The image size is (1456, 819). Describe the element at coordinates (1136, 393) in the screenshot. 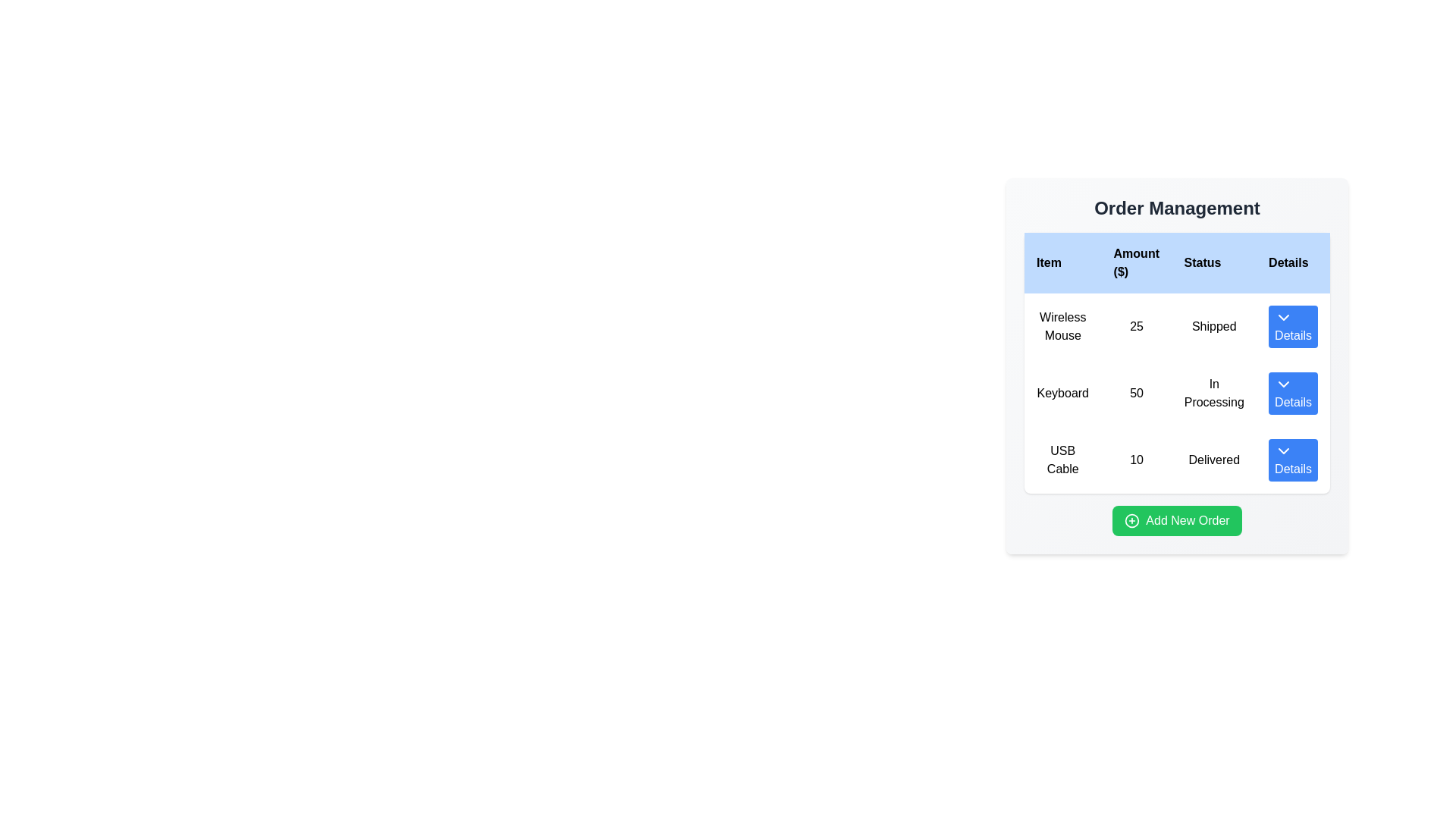

I see `the display-only text component that shows the monetary value for the 'Keyboard' item, located in the second row of the table under the 'Amount ($)' column` at that location.